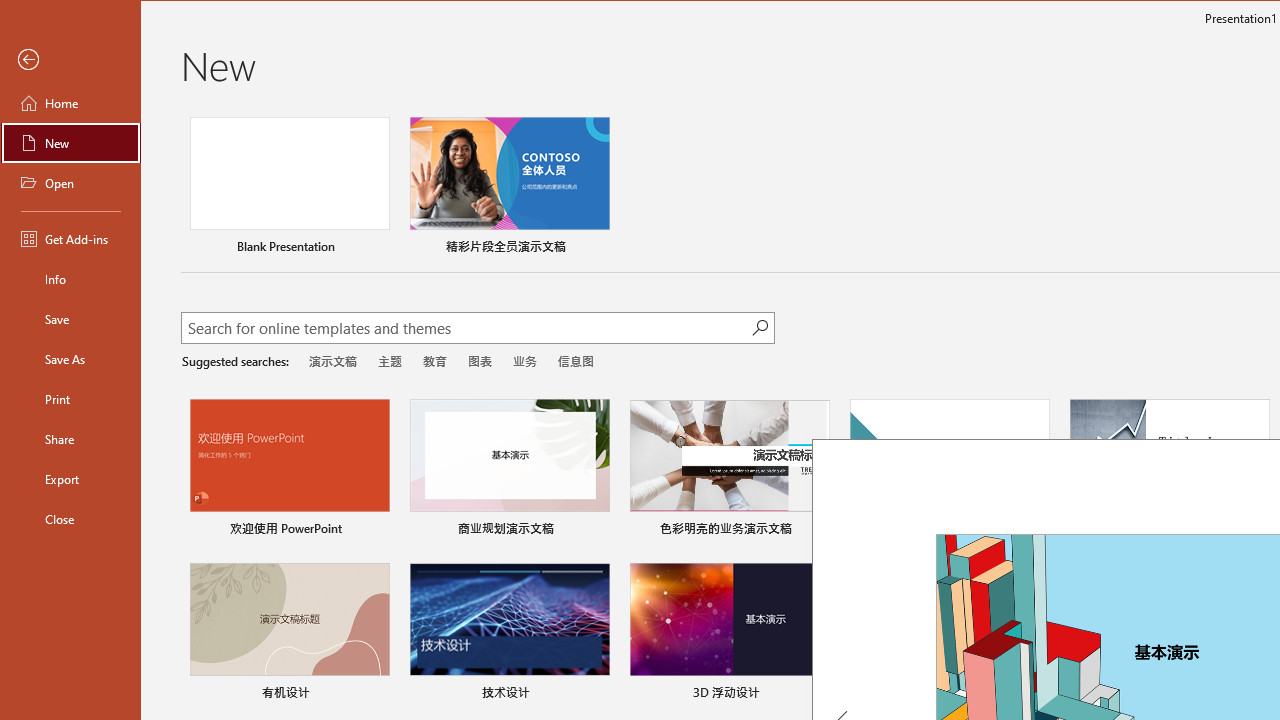 This screenshot has height=720, width=1280. Describe the element at coordinates (71, 141) in the screenshot. I see `'New'` at that location.